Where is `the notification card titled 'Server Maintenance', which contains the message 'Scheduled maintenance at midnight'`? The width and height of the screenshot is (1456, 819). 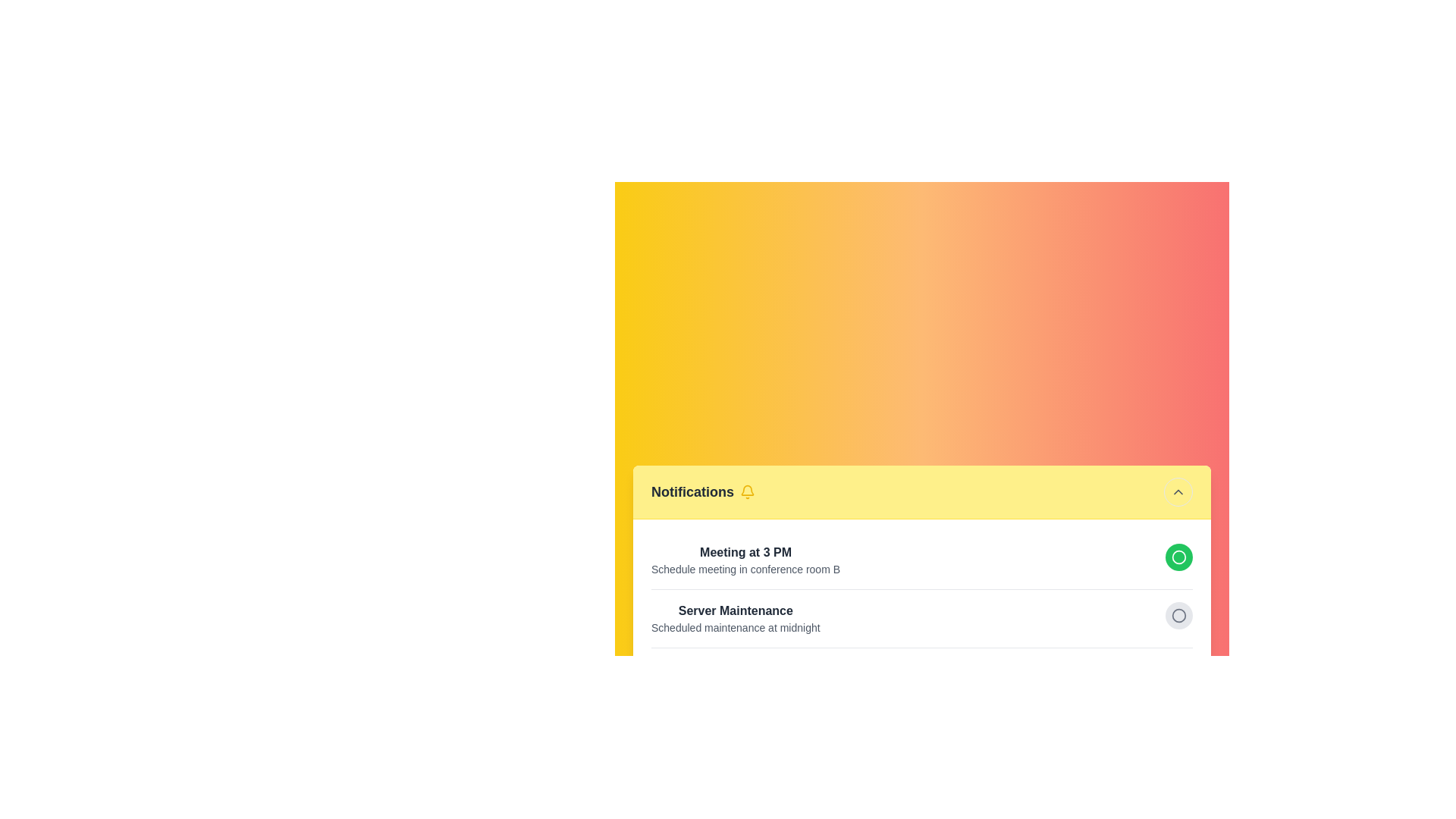 the notification card titled 'Server Maintenance', which contains the message 'Scheduled maintenance at midnight' is located at coordinates (921, 617).